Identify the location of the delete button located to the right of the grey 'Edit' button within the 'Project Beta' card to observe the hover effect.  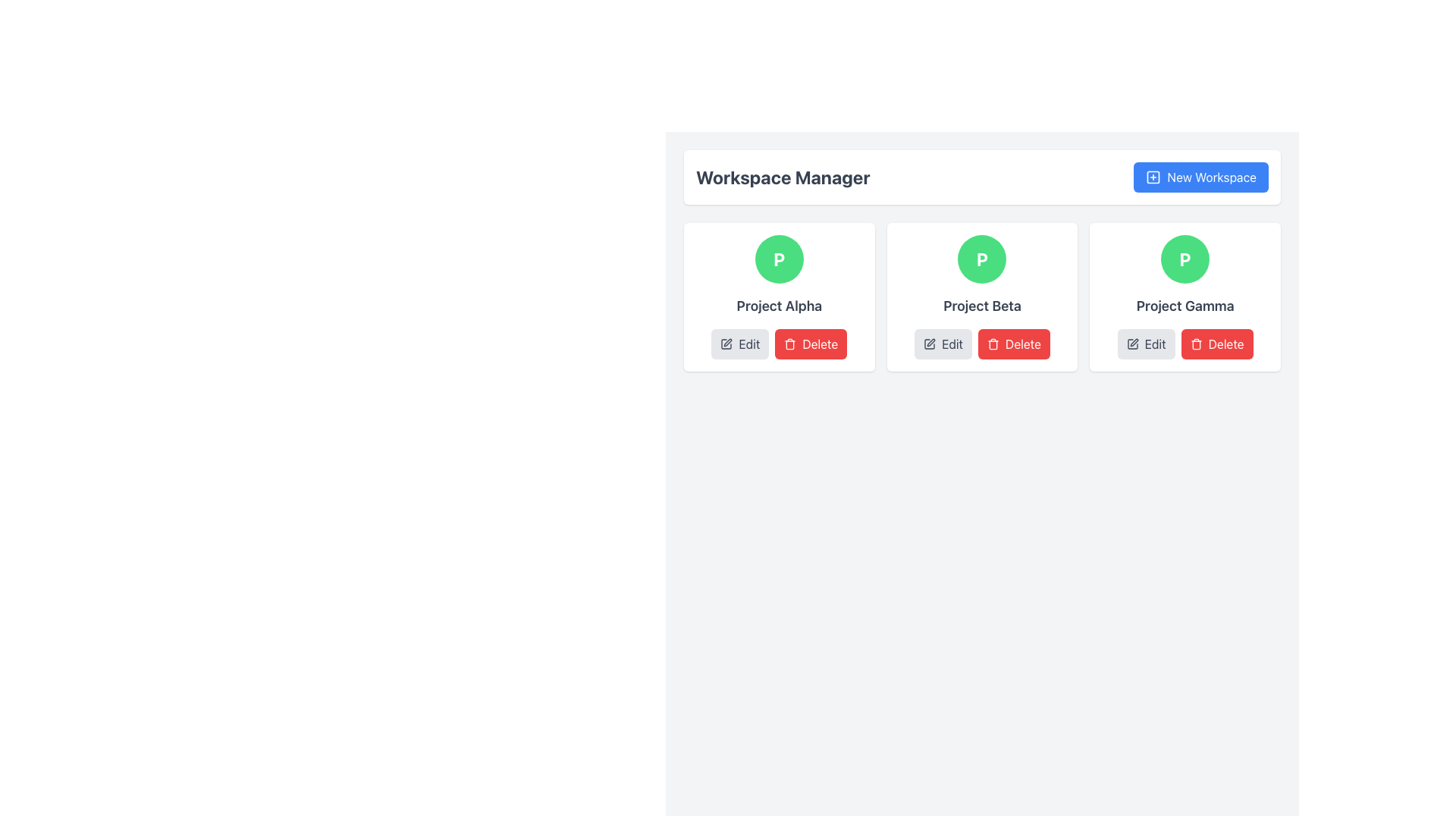
(1014, 344).